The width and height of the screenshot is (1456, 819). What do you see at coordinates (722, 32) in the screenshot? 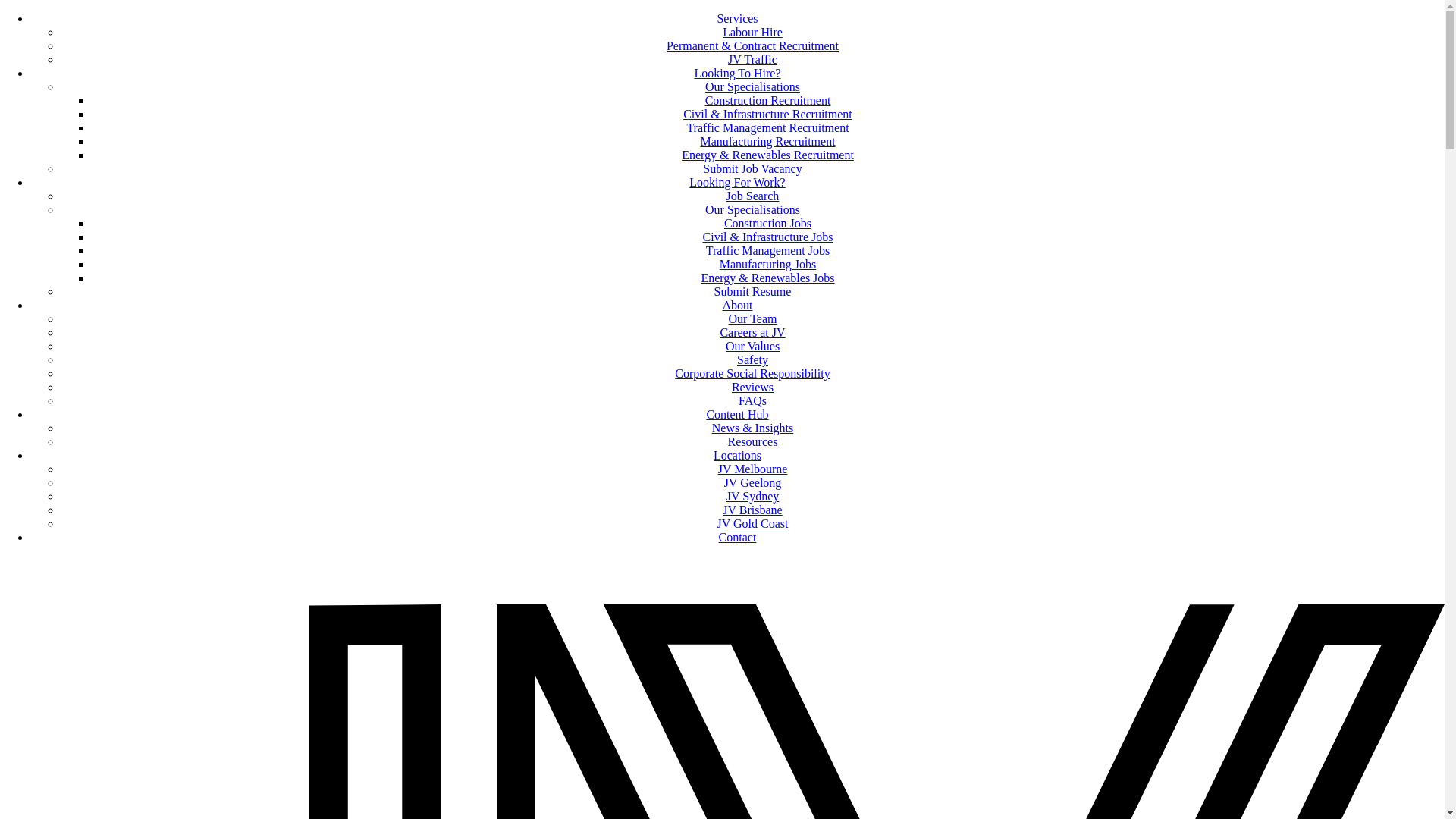
I see `'Labour Hire'` at bounding box center [722, 32].